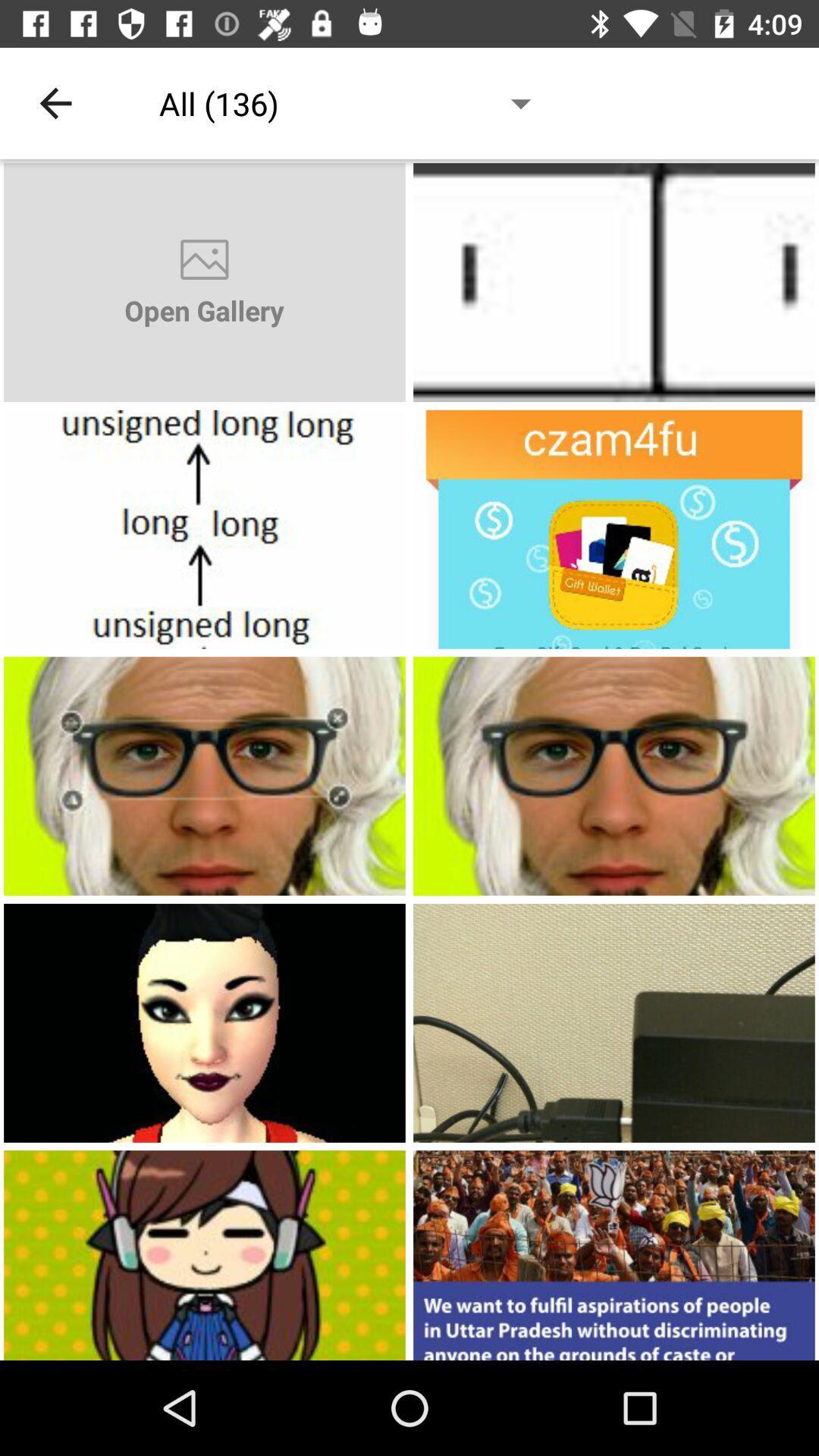  Describe the element at coordinates (614, 1255) in the screenshot. I see `enlarge photo` at that location.